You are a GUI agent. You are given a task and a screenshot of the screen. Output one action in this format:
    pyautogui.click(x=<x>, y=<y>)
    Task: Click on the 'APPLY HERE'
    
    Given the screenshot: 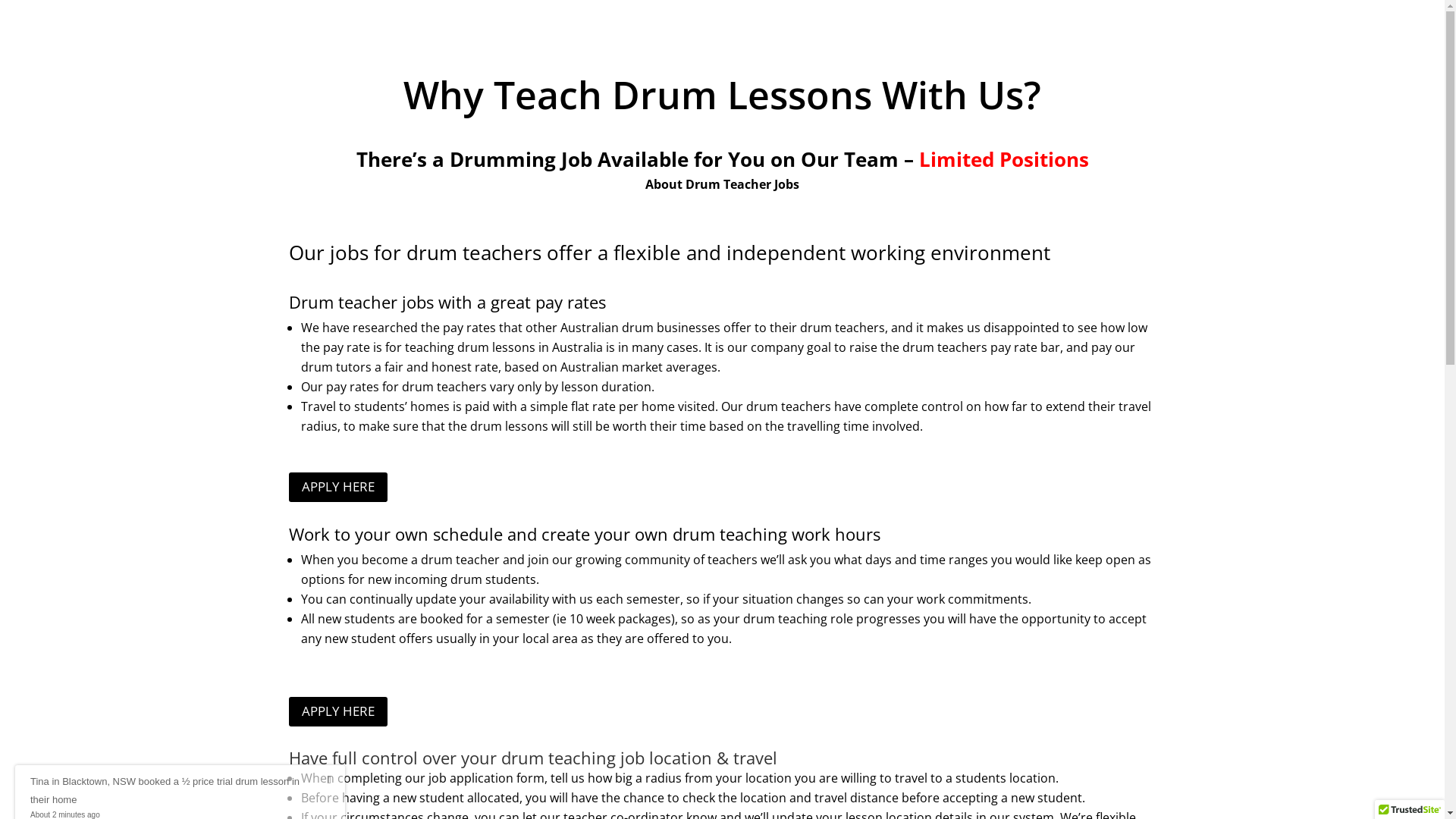 What is the action you would take?
    pyautogui.click(x=337, y=487)
    